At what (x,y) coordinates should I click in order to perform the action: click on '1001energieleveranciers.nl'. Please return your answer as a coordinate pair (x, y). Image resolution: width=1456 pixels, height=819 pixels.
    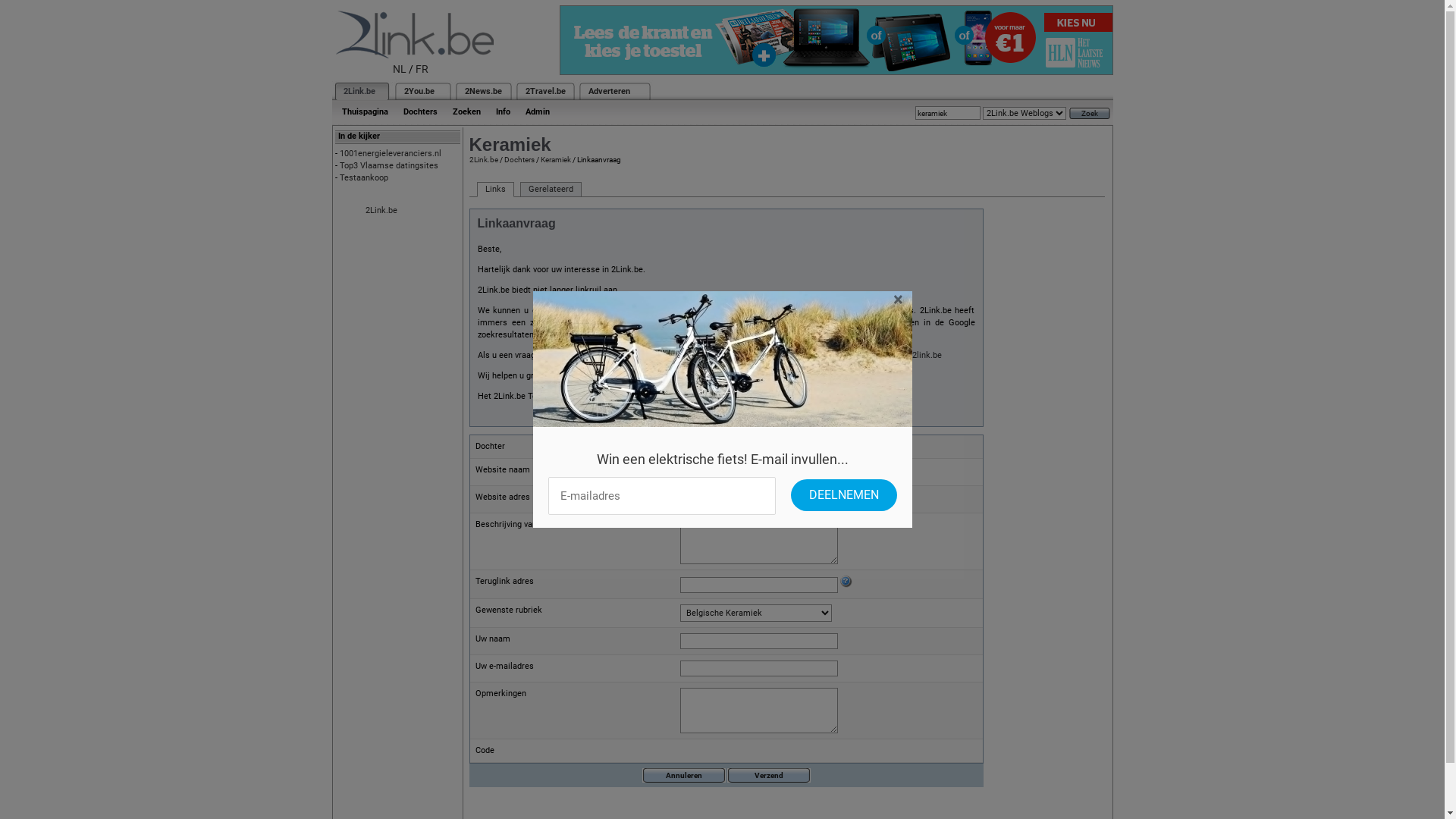
    Looking at the image, I should click on (390, 153).